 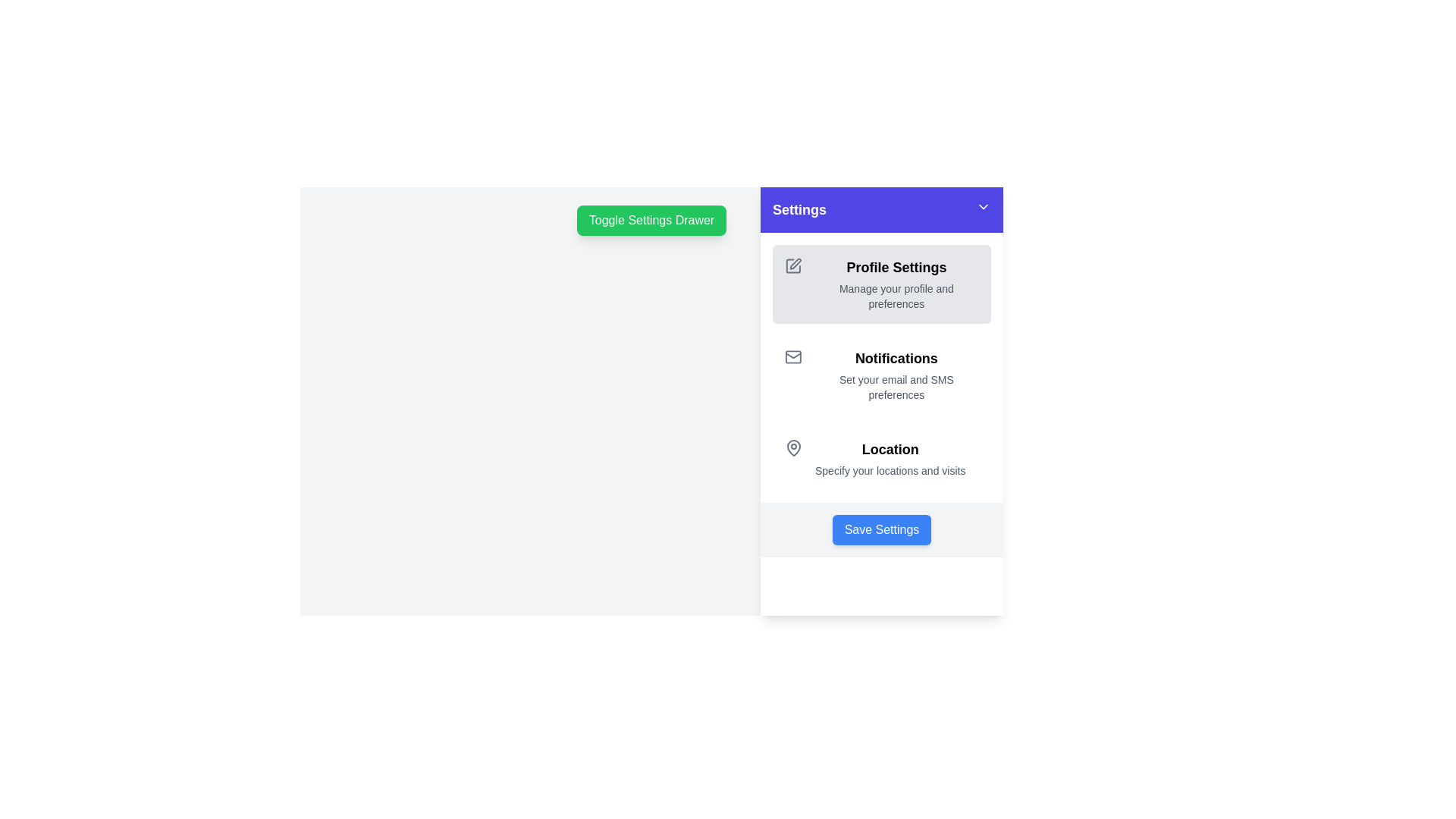 What do you see at coordinates (881, 529) in the screenshot?
I see `the 'Save Settings' button located at the bottom center of the settings panel` at bounding box center [881, 529].